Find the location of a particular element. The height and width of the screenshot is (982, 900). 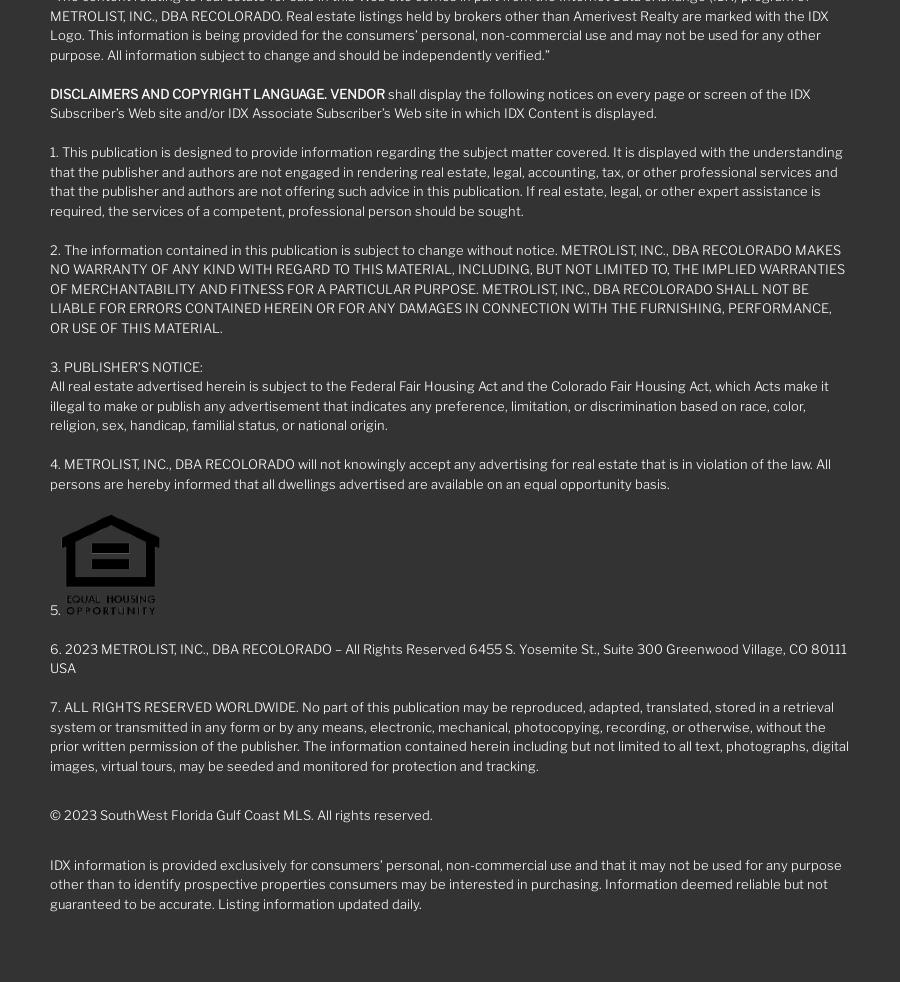

'shall display the following notices on every page or screen of the IDX Subscriber’s Web site and/or IDX Associate Subscriber’s Web site in which IDX Content is displayed.' is located at coordinates (430, 102).